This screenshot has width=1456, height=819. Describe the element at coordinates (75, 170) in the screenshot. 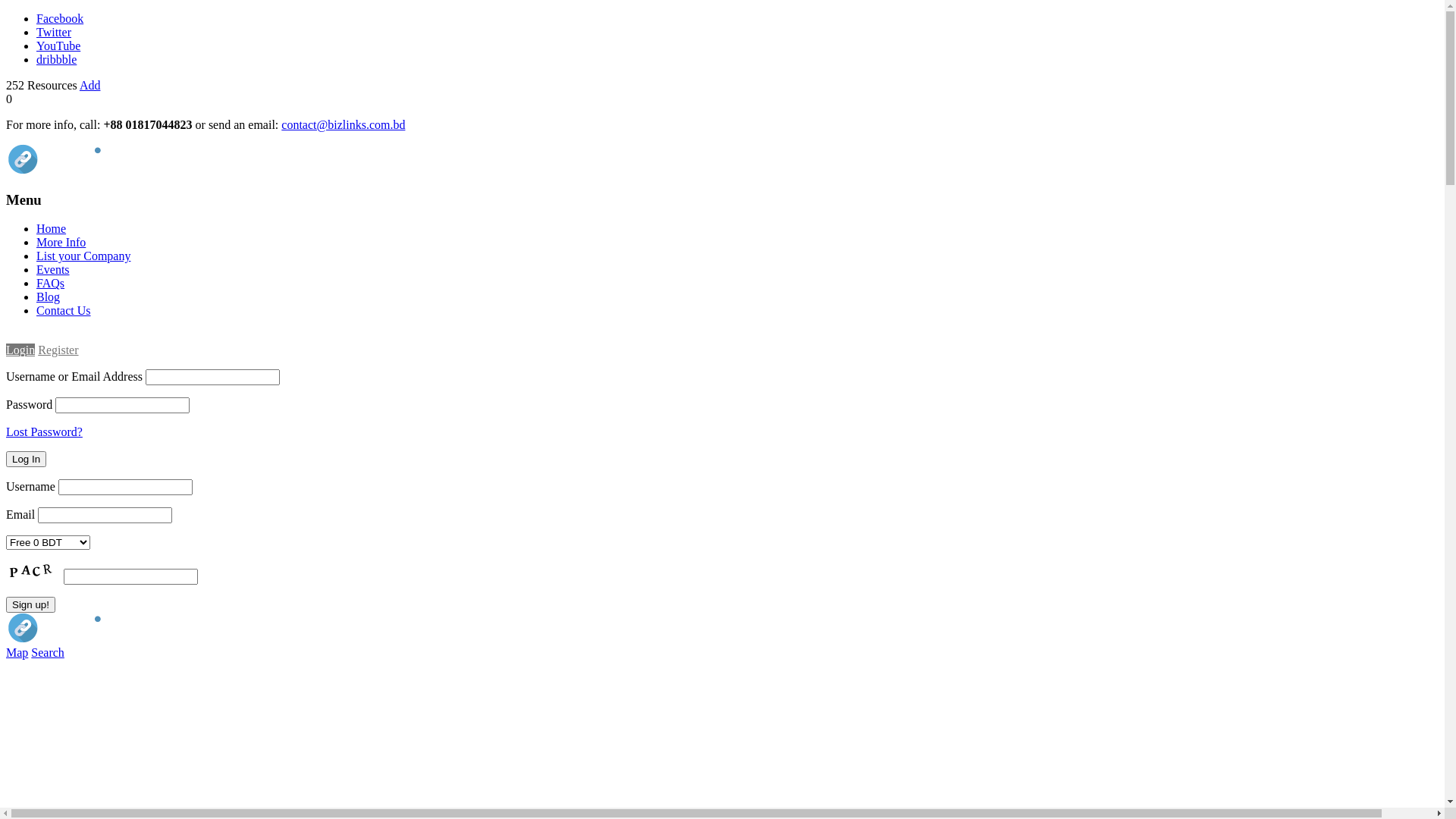

I see `'bizLinks'` at that location.